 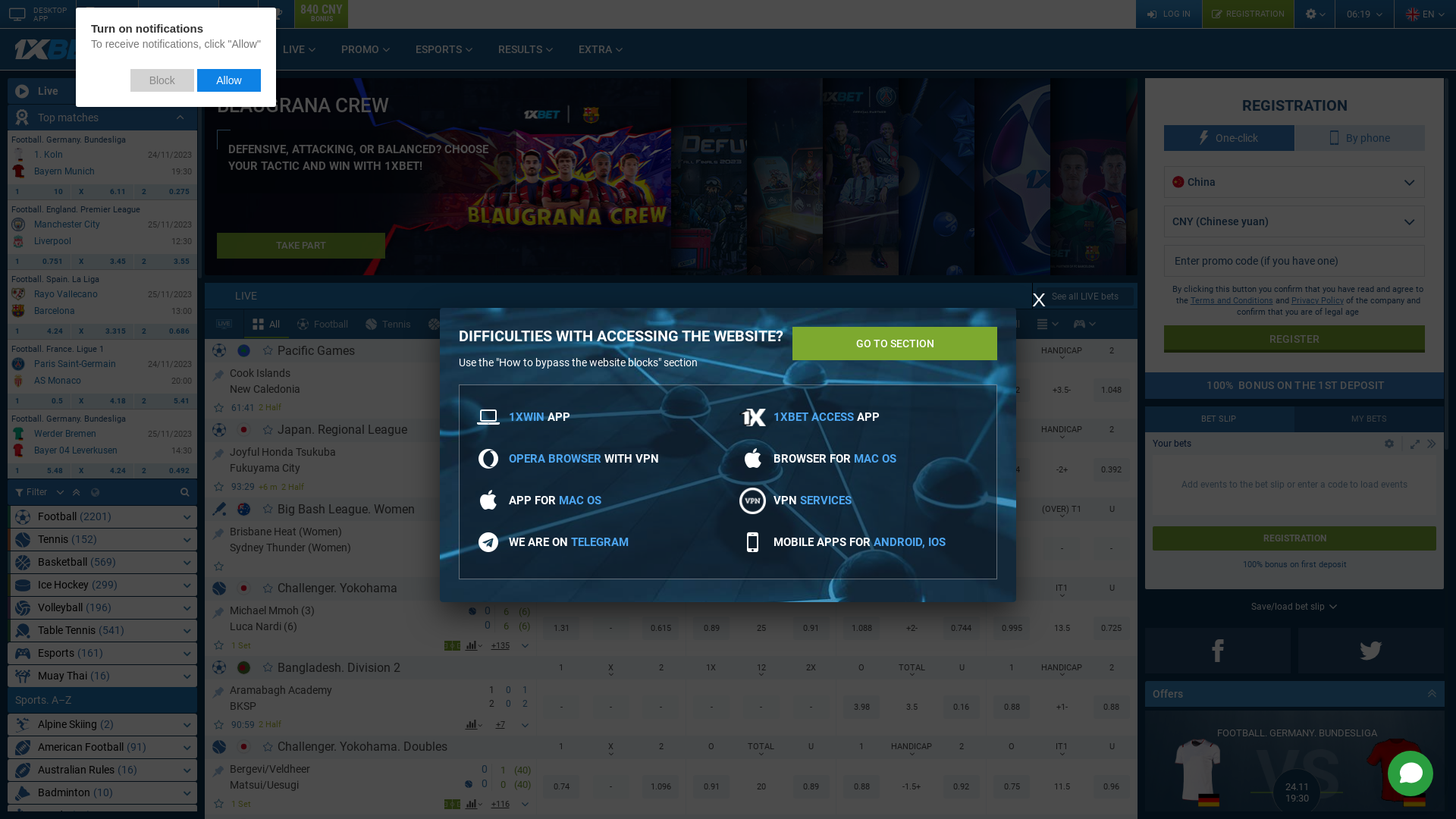 I want to click on 'X, so click(x=102, y=260).